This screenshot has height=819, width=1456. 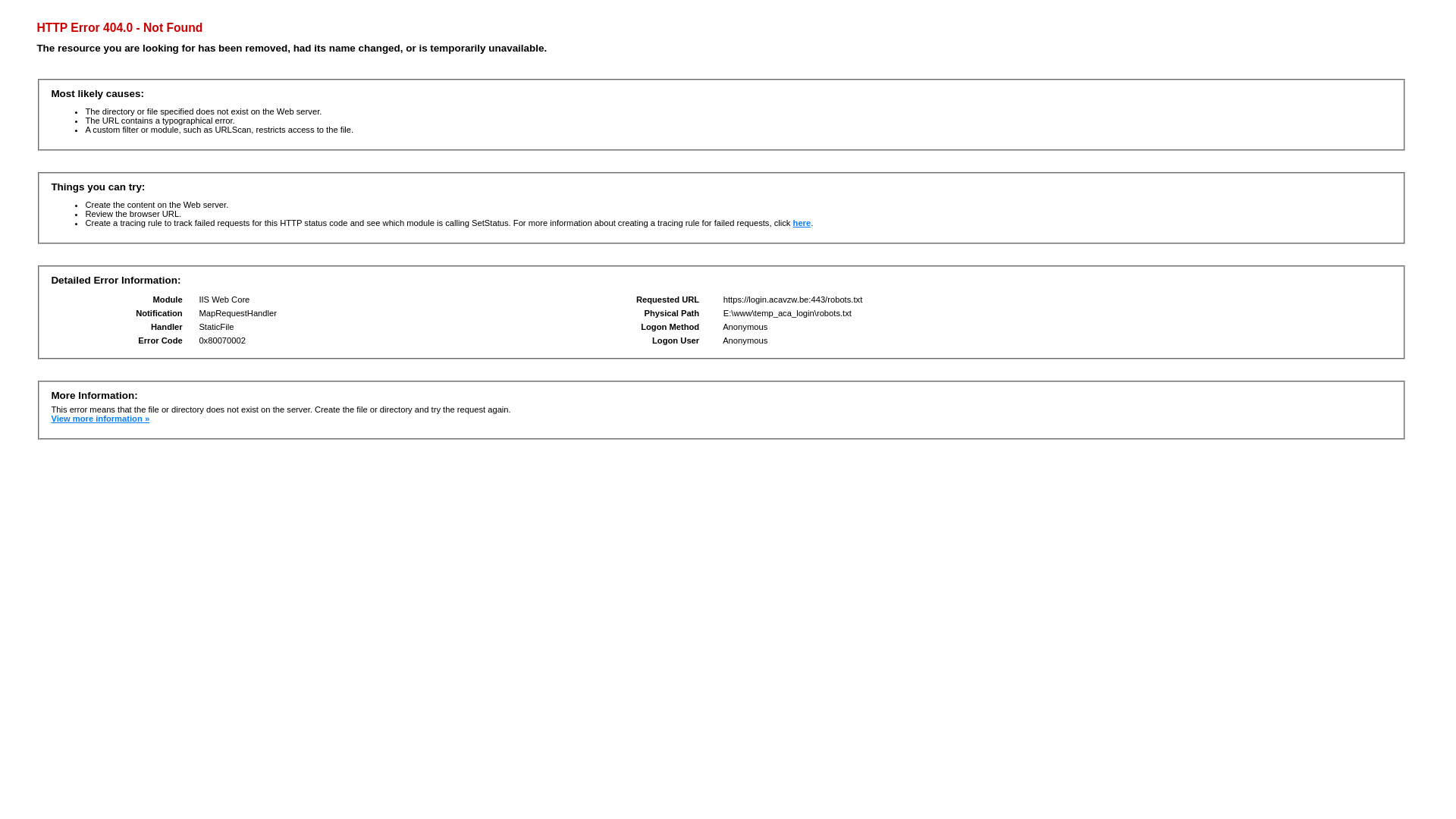 What do you see at coordinates (801, 222) in the screenshot?
I see `'here'` at bounding box center [801, 222].